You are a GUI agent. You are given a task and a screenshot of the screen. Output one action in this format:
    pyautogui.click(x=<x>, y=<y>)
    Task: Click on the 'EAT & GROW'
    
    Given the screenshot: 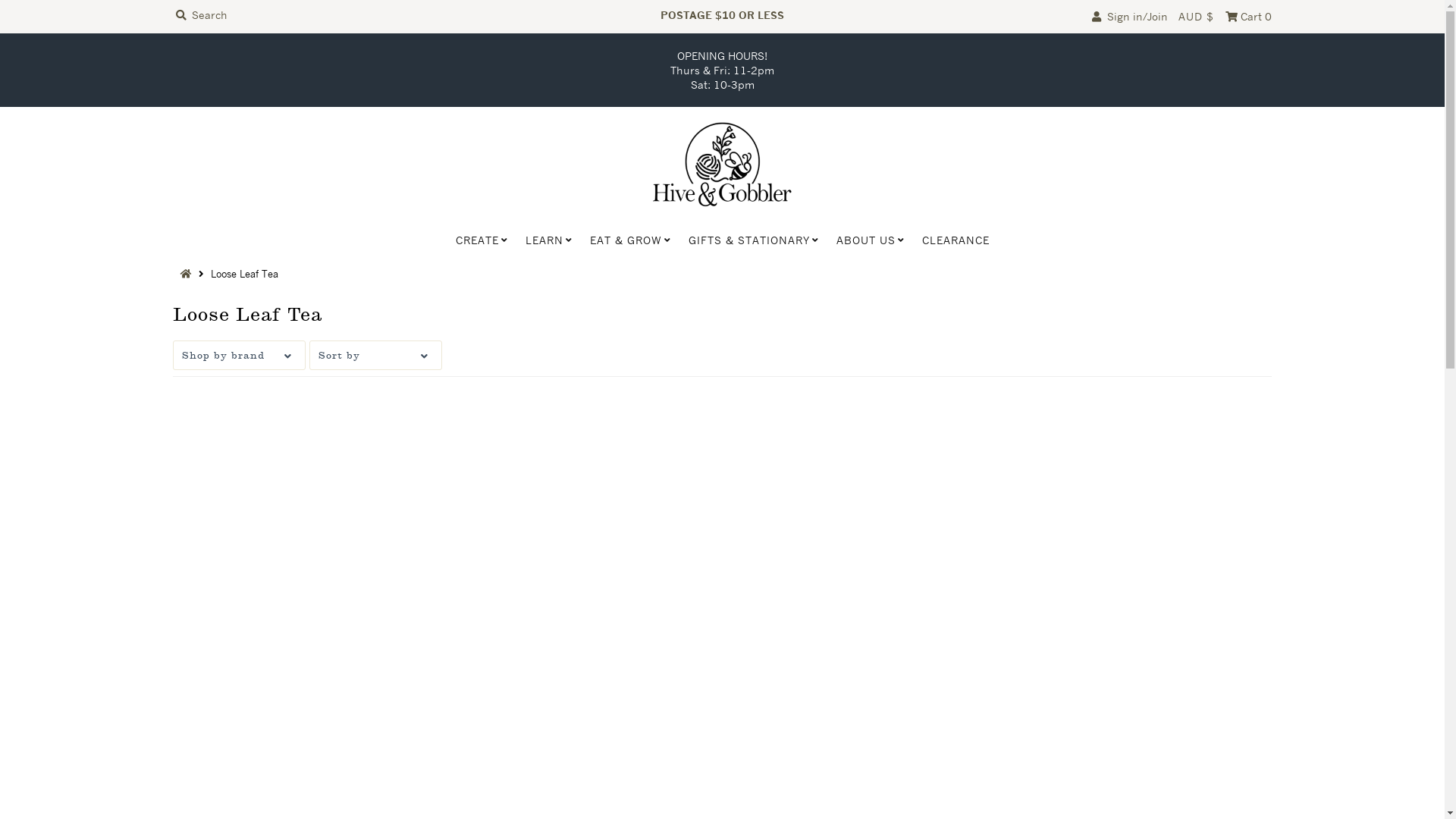 What is the action you would take?
    pyautogui.click(x=625, y=239)
    